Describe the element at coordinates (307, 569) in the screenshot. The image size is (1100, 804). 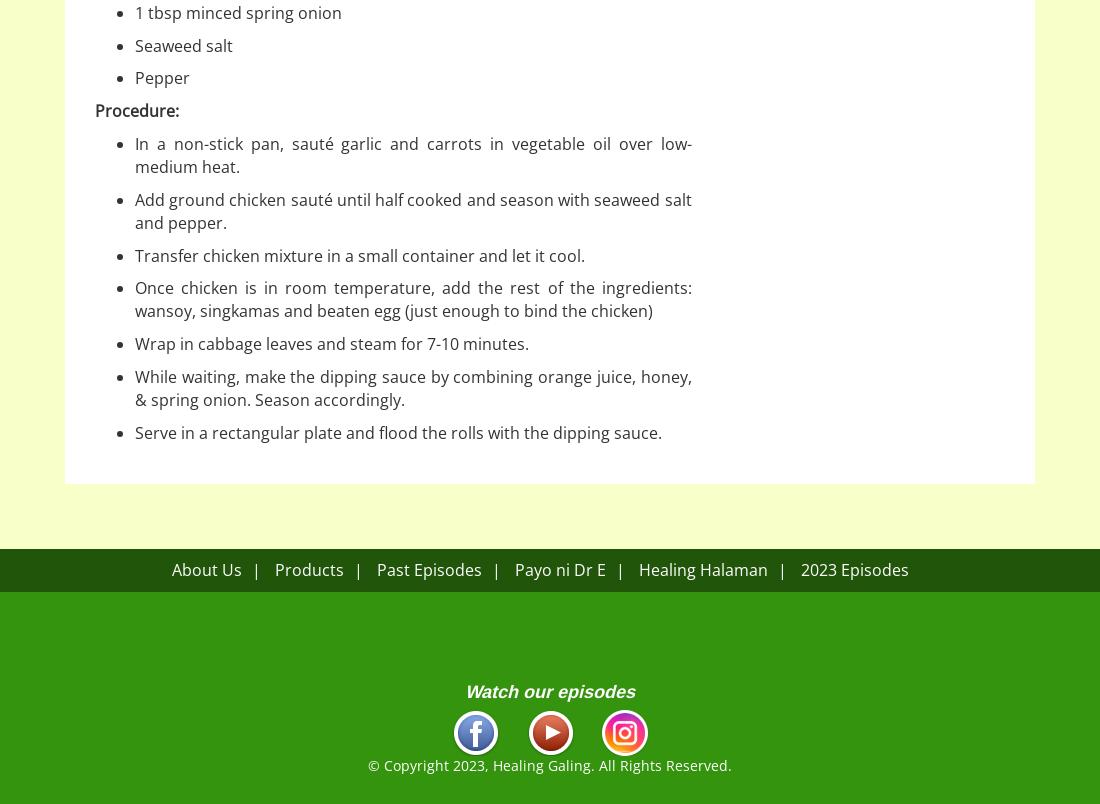
I see `'Products'` at that location.